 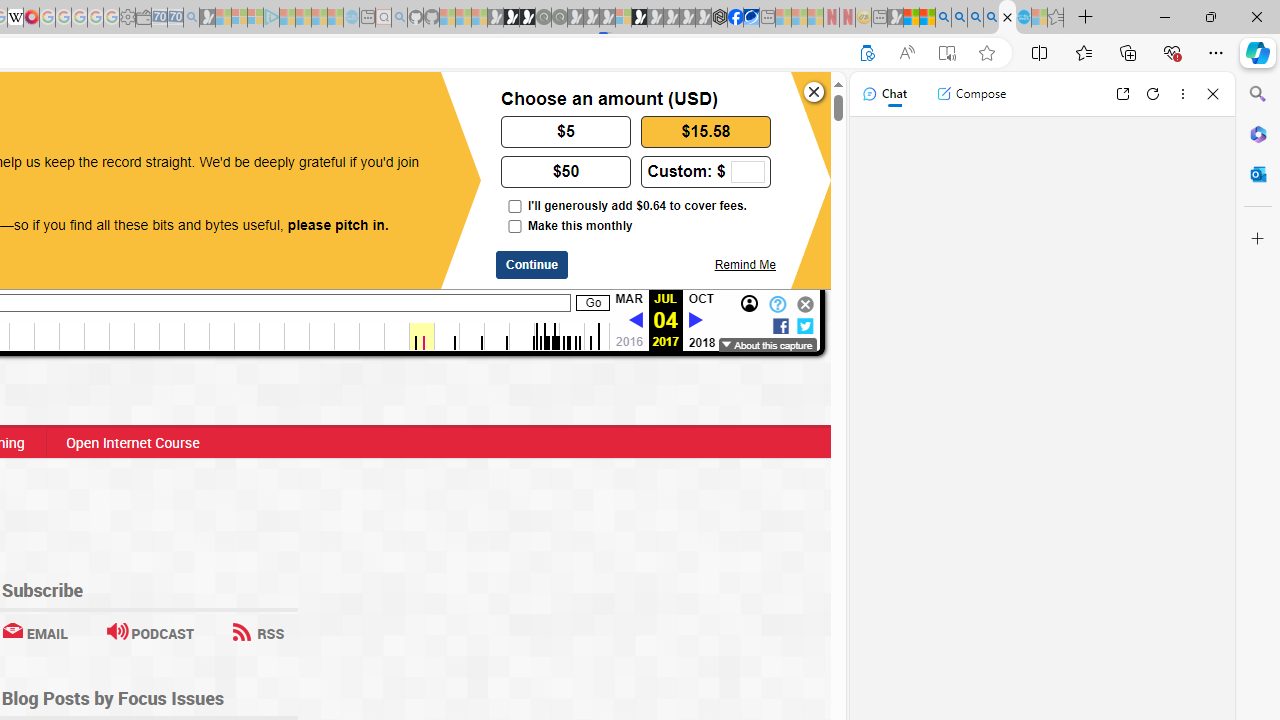 I want to click on 'PODCAST', so click(x=149, y=633).